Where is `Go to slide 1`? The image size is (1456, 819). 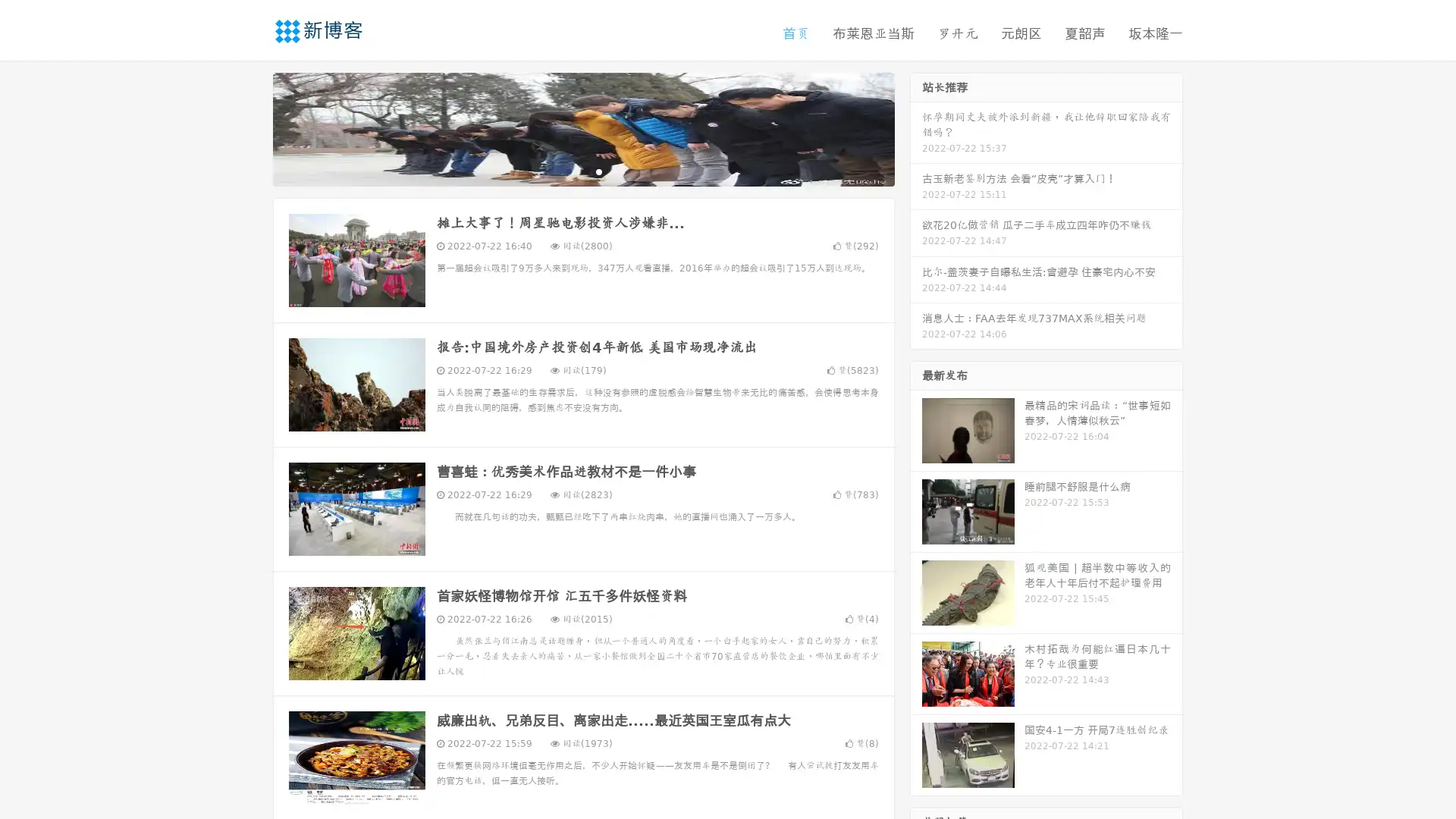
Go to slide 1 is located at coordinates (567, 171).